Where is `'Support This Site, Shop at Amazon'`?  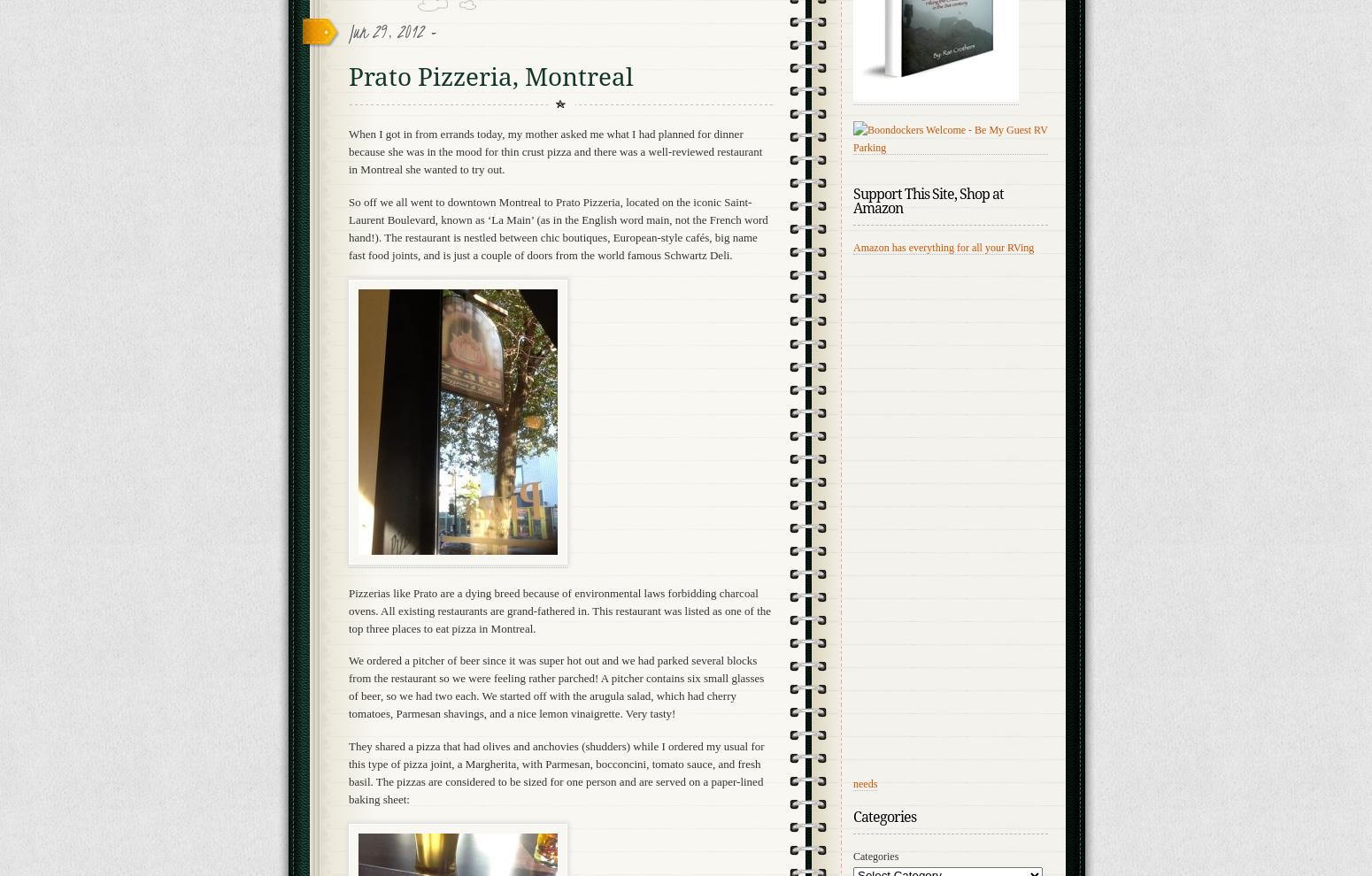 'Support This Site, Shop at Amazon' is located at coordinates (852, 200).